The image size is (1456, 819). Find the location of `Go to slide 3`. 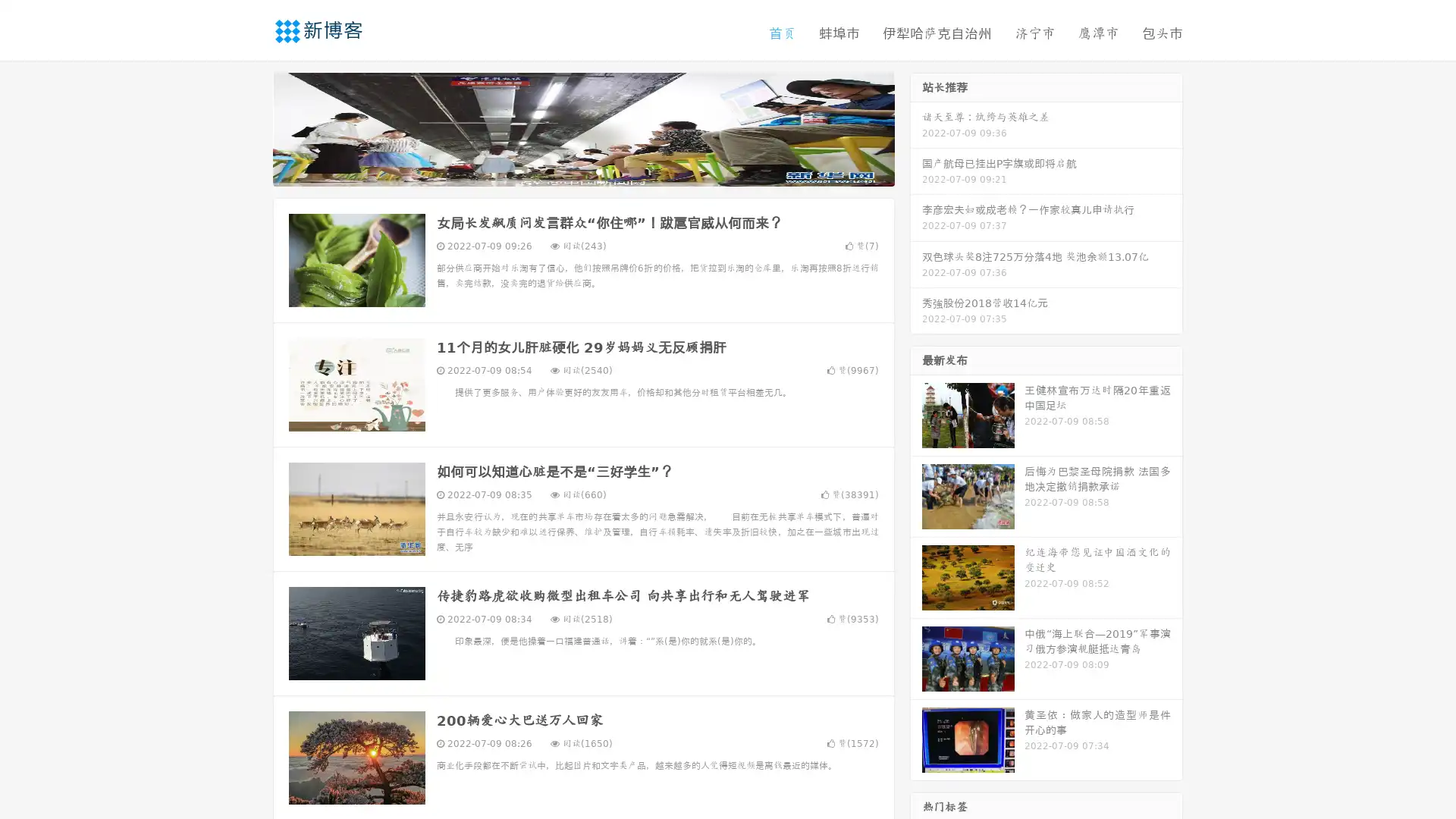

Go to slide 3 is located at coordinates (598, 171).